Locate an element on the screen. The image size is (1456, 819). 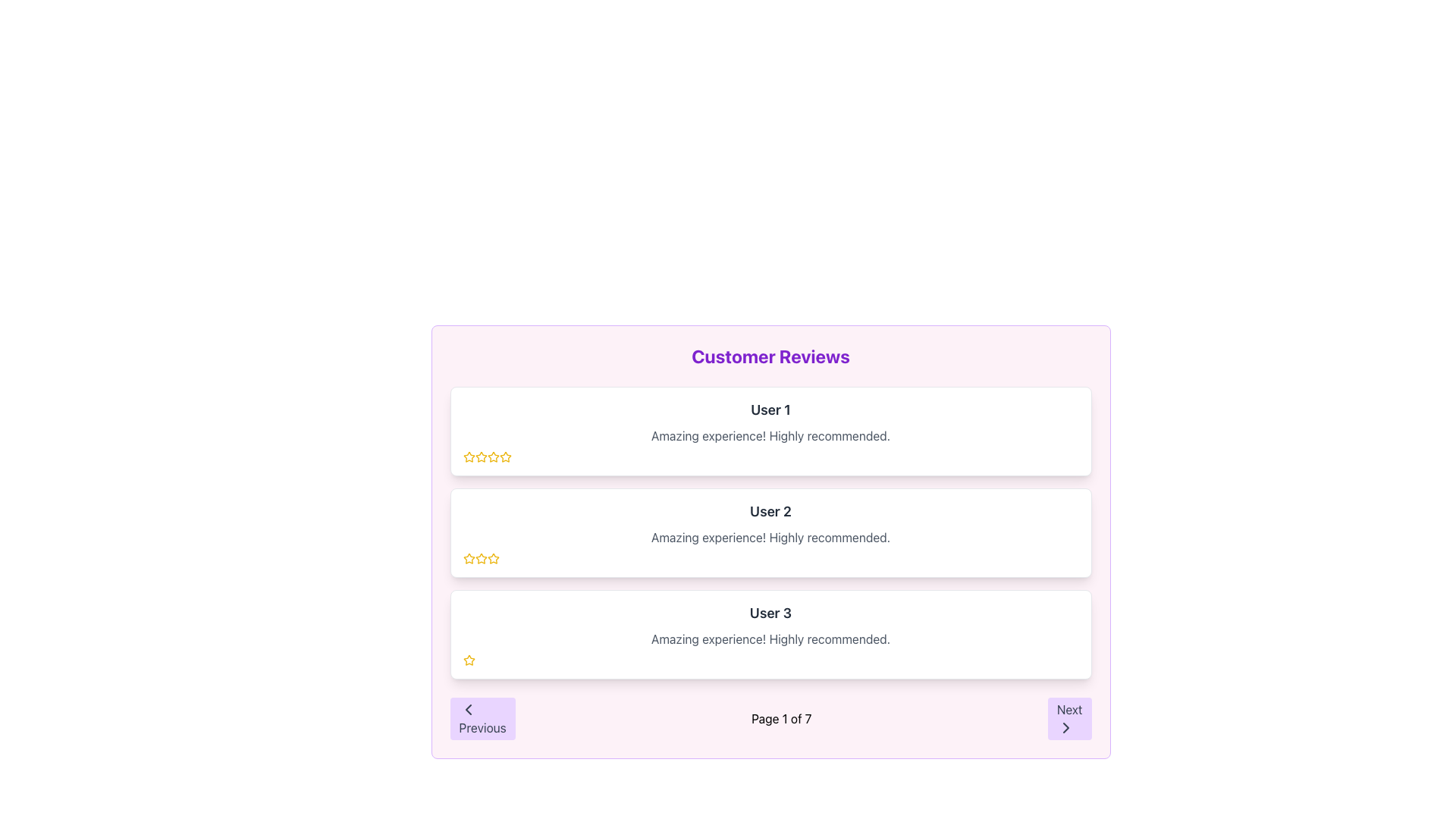
the fourth yellow star icon in the horizontally-aligned group of five stars located in the top-left corner of the first review card, positioned below 'User 1' and above the review text is located at coordinates (493, 456).